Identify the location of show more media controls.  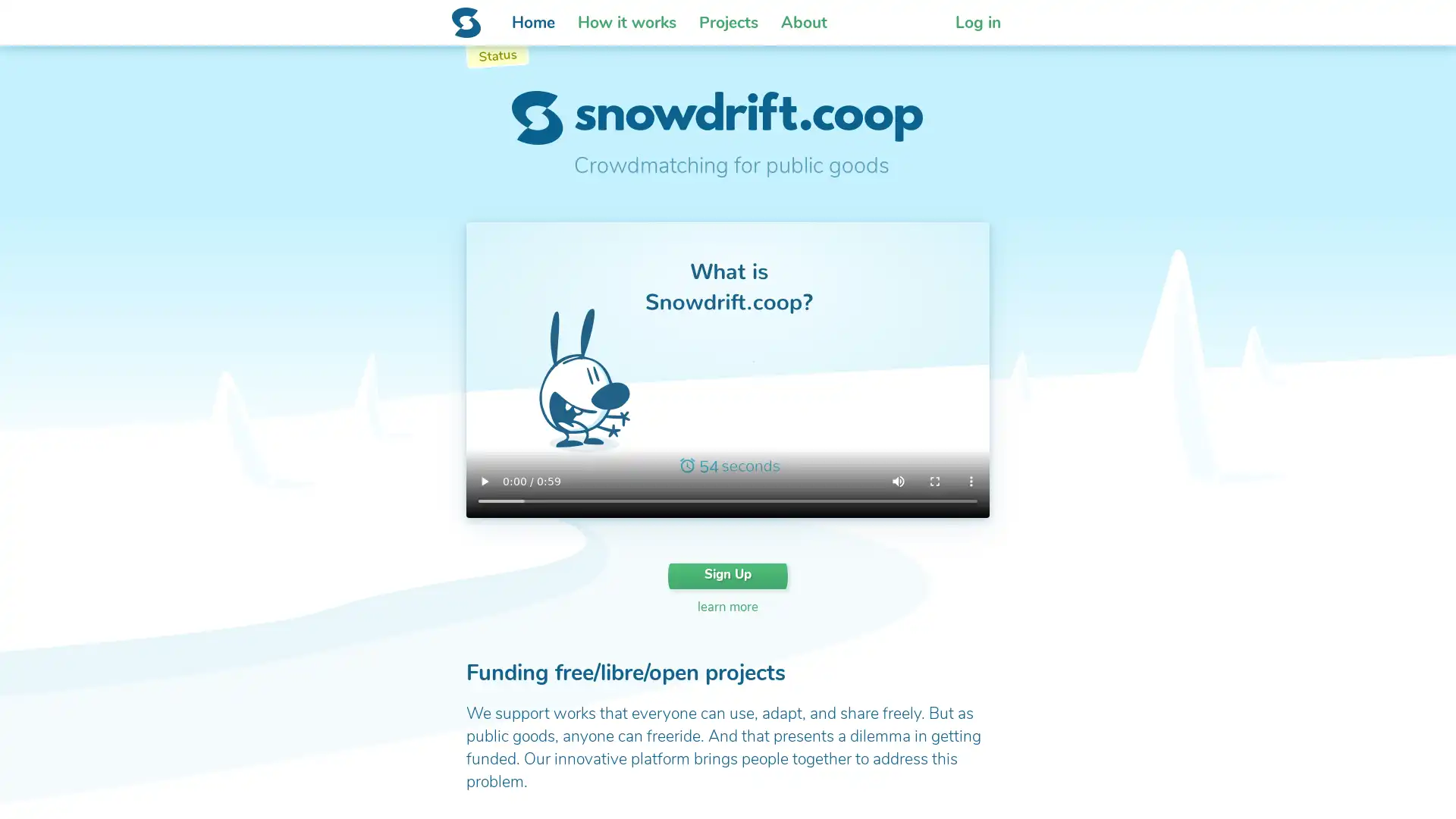
(971, 482).